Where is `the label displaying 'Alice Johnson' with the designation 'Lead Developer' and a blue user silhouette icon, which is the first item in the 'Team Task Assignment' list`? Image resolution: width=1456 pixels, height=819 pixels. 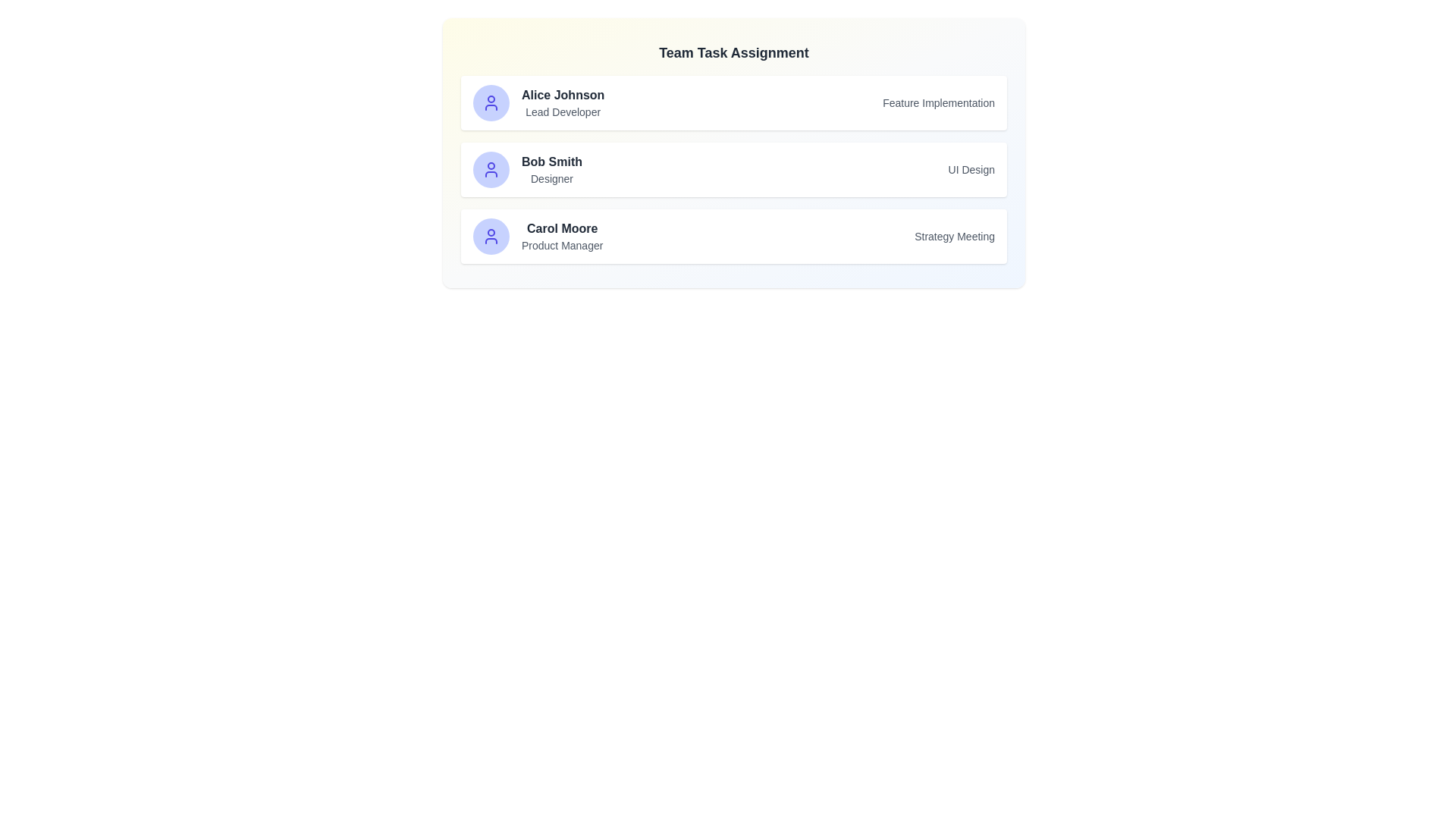 the label displaying 'Alice Johnson' with the designation 'Lead Developer' and a blue user silhouette icon, which is the first item in the 'Team Task Assignment' list is located at coordinates (538, 102).